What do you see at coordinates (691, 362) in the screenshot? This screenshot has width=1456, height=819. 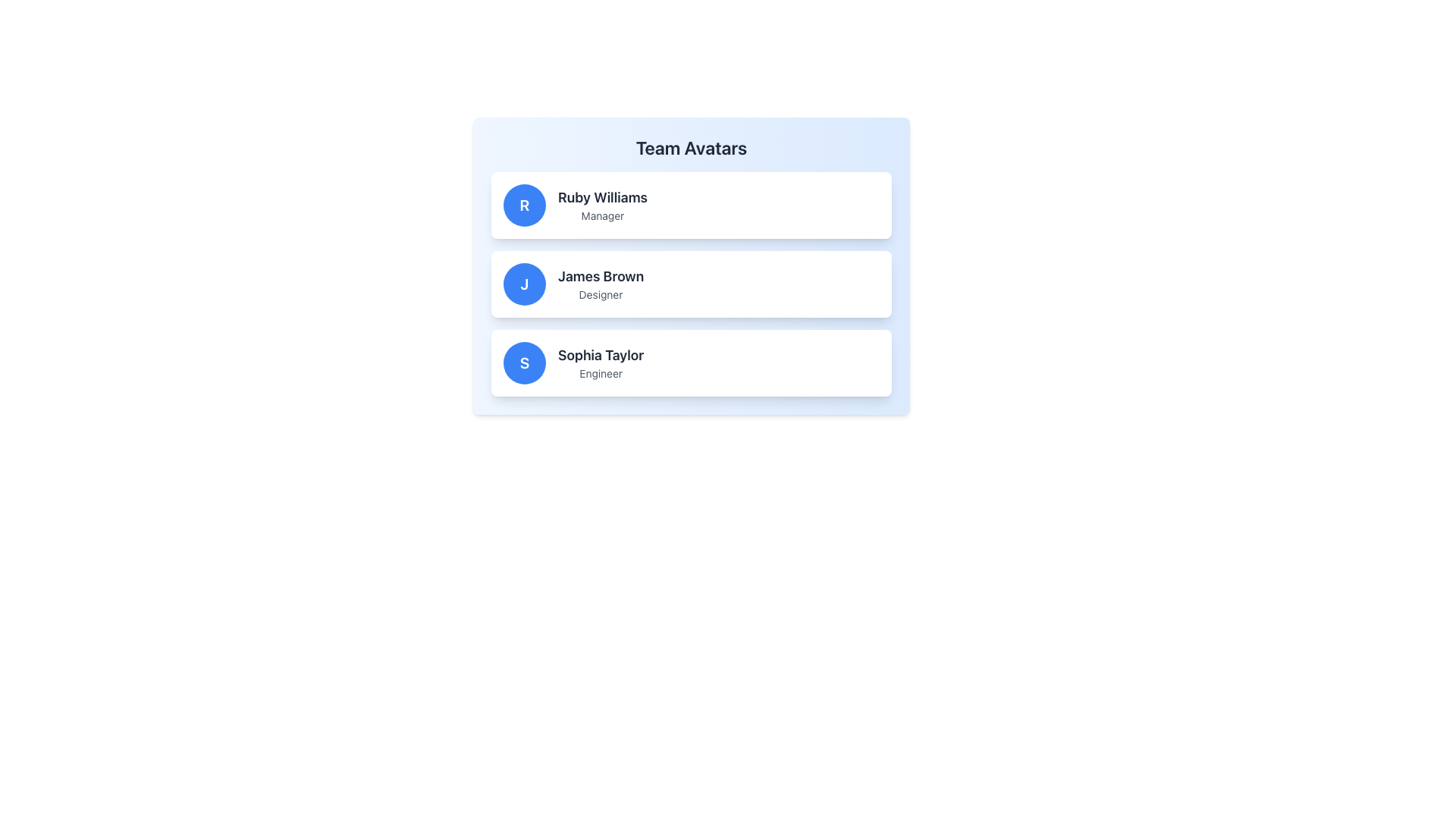 I see `the User Profile Card displaying the user's name, title, and avatar, located as the third card in the vertical grid layout beneath 'Team Avatars'` at bounding box center [691, 362].